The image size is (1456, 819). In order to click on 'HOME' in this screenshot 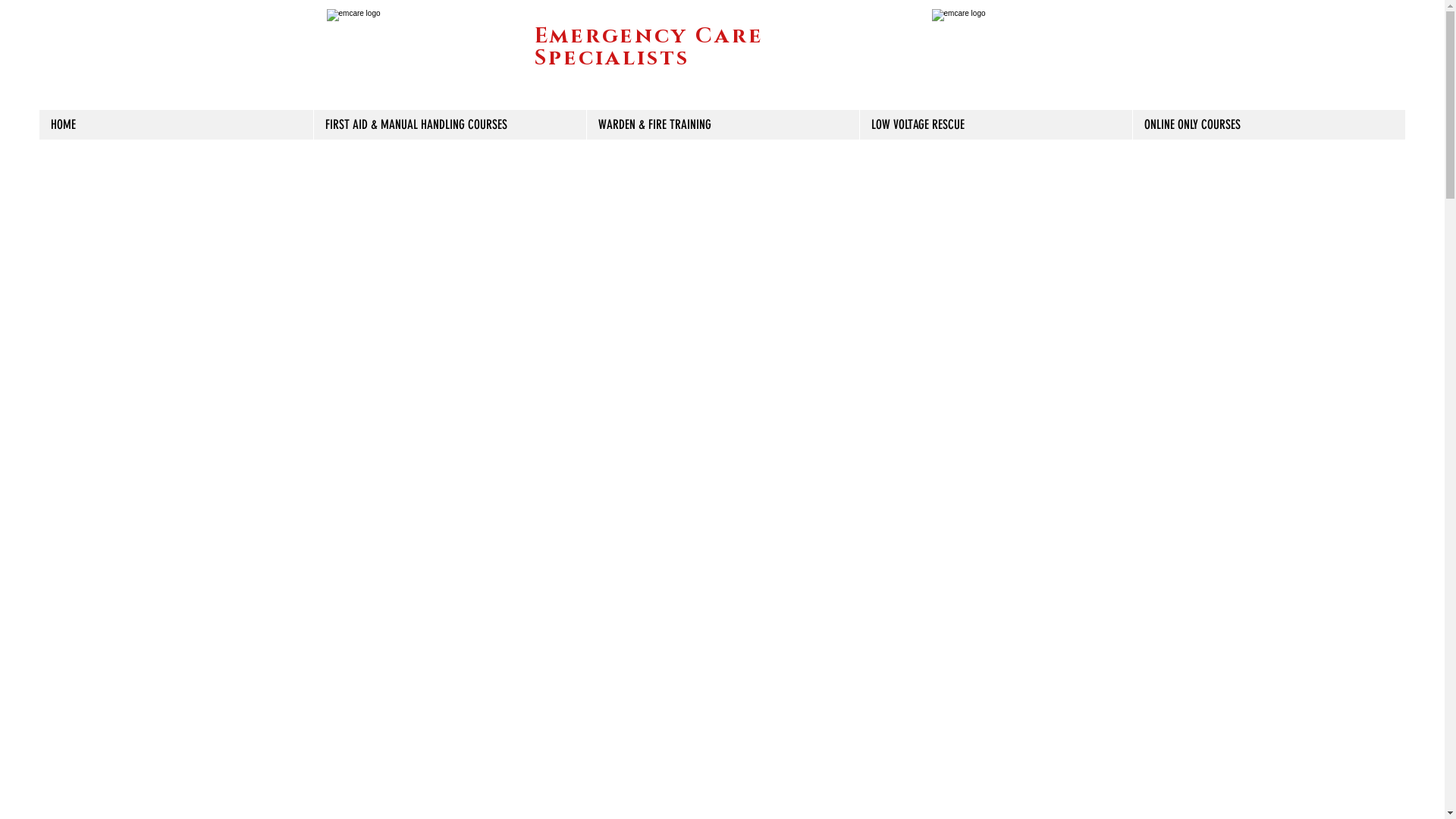, I will do `click(176, 124)`.